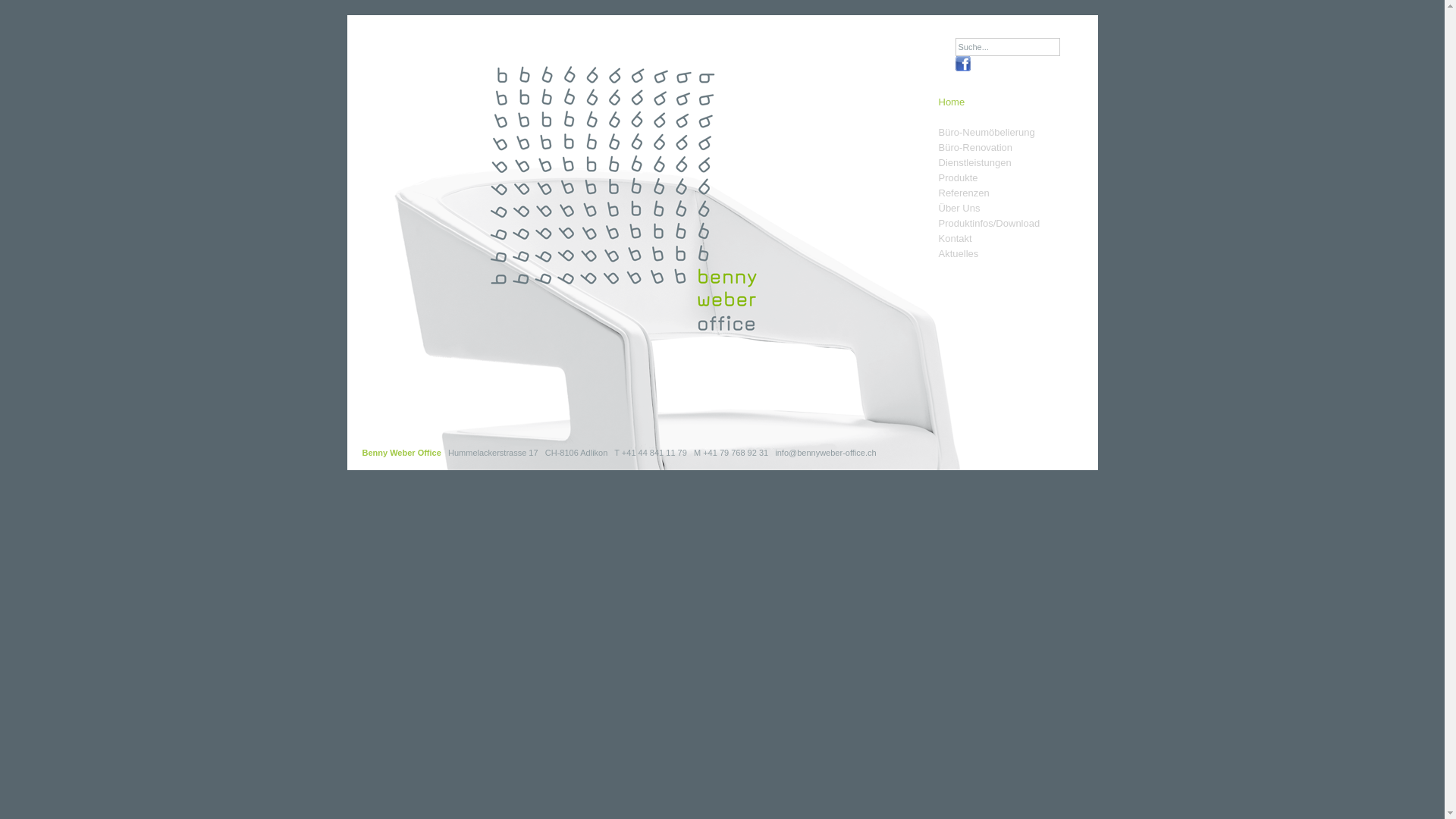 This screenshot has width=1456, height=819. I want to click on 'Produkte', so click(957, 177).